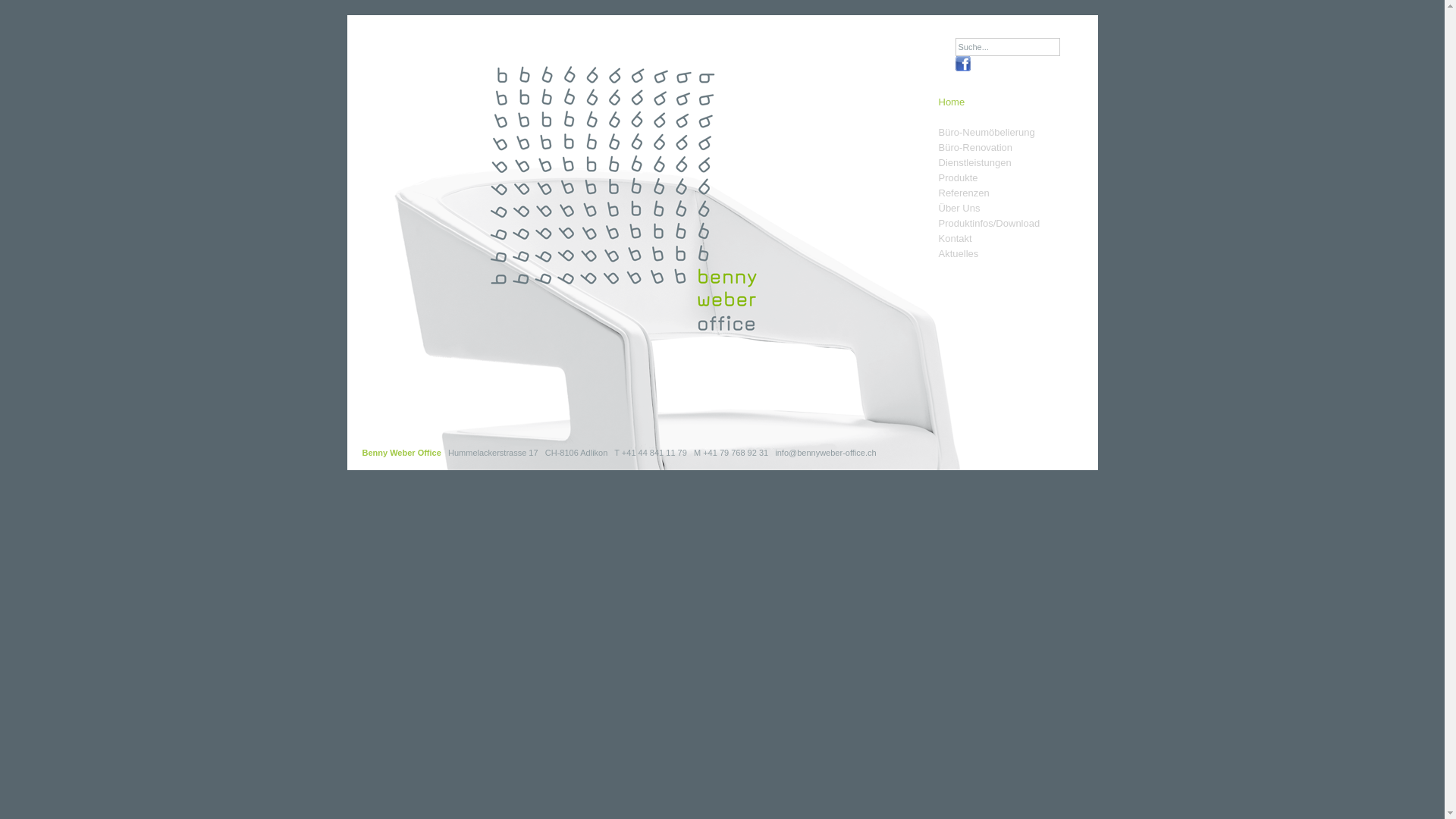 This screenshot has width=1456, height=819. I want to click on 'Produkte', so click(957, 177).